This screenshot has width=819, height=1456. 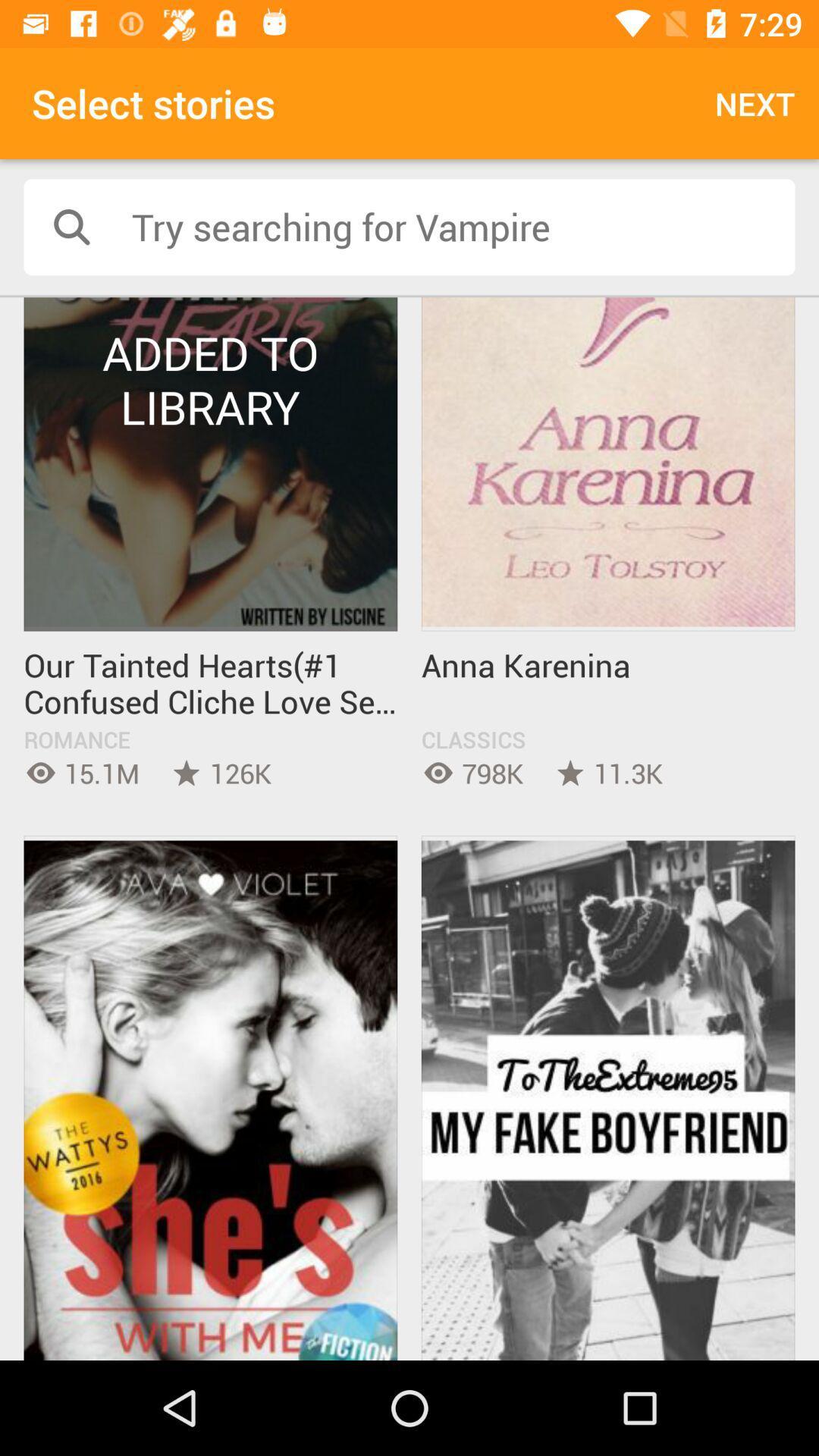 What do you see at coordinates (186, 773) in the screenshot?
I see `the star which is beside 126k` at bounding box center [186, 773].